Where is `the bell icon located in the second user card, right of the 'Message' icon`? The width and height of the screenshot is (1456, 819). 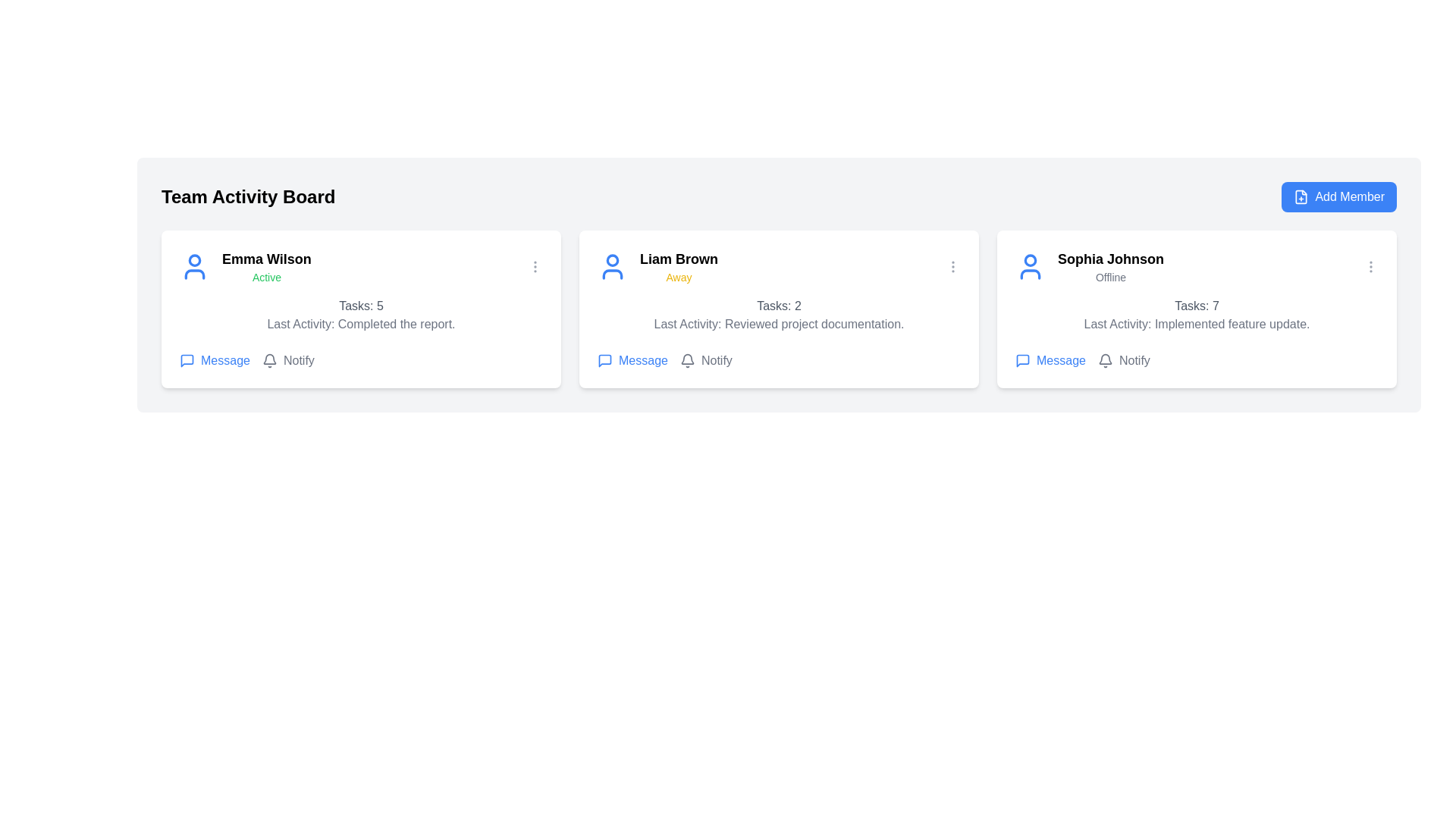
the bell icon located in the second user card, right of the 'Message' icon is located at coordinates (687, 360).